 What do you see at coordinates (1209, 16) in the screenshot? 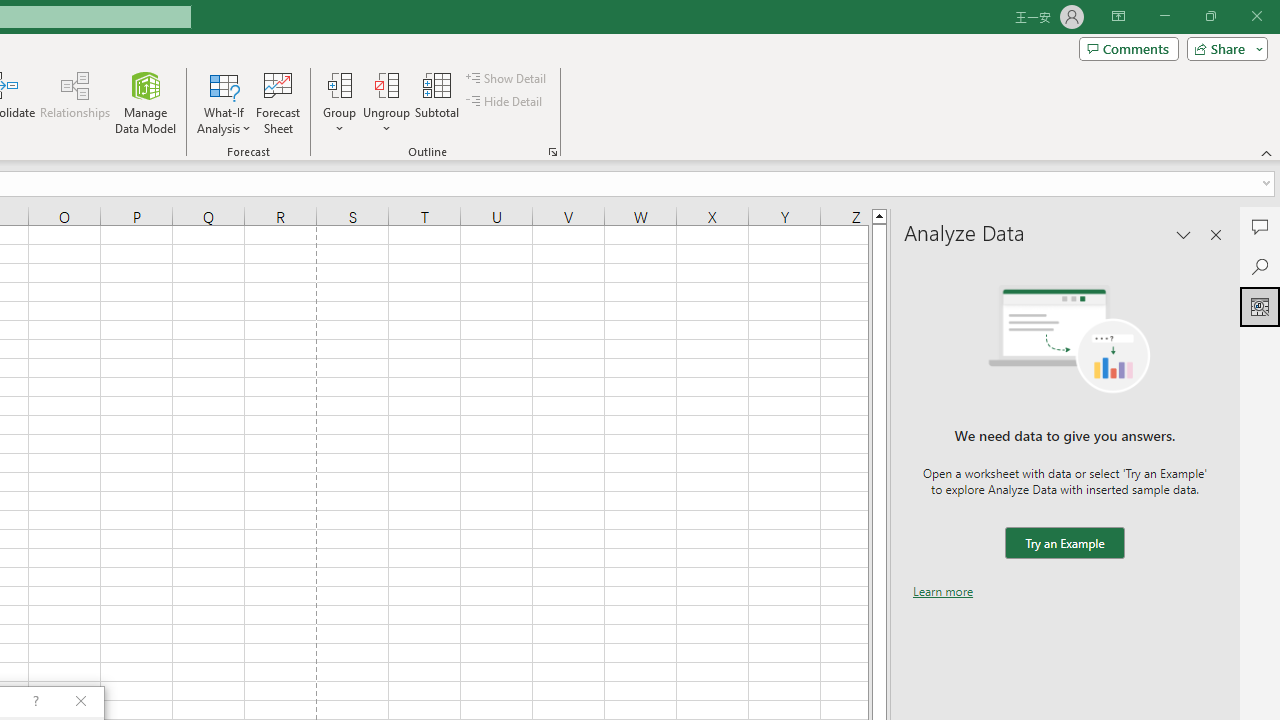
I see `'Restore Down'` at bounding box center [1209, 16].